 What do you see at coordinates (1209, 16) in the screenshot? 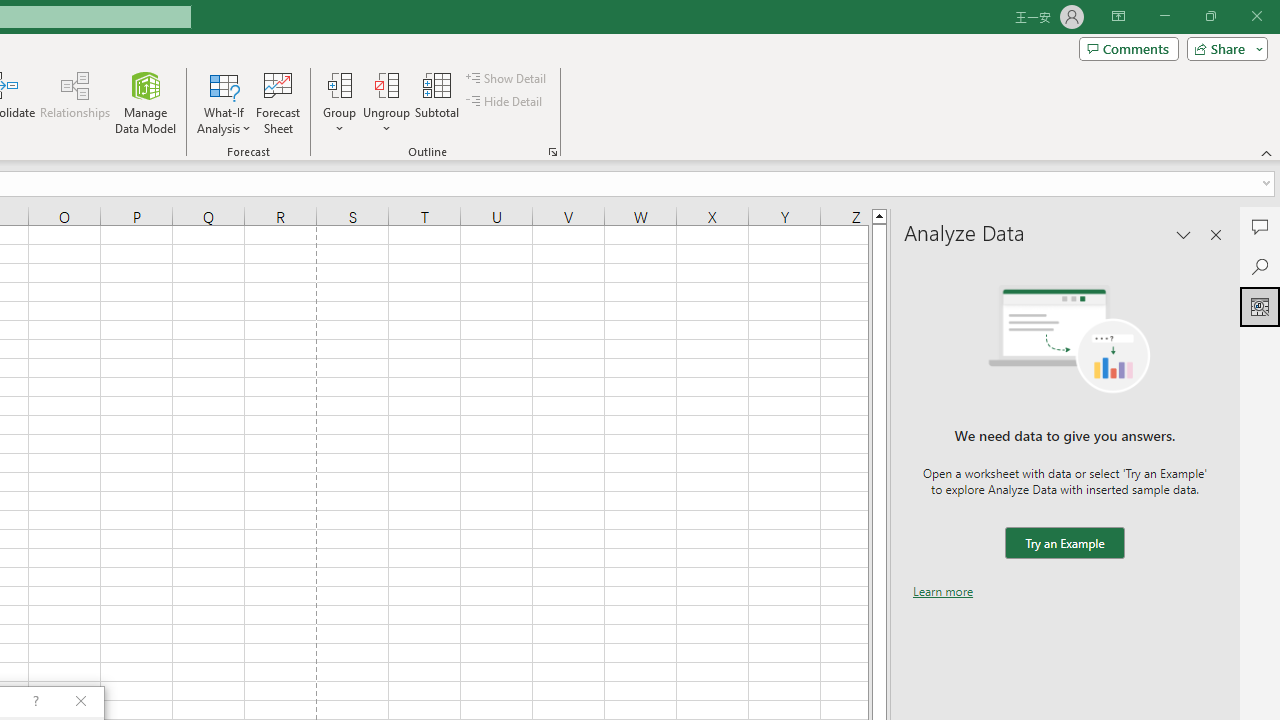
I see `'Restore Down'` at bounding box center [1209, 16].